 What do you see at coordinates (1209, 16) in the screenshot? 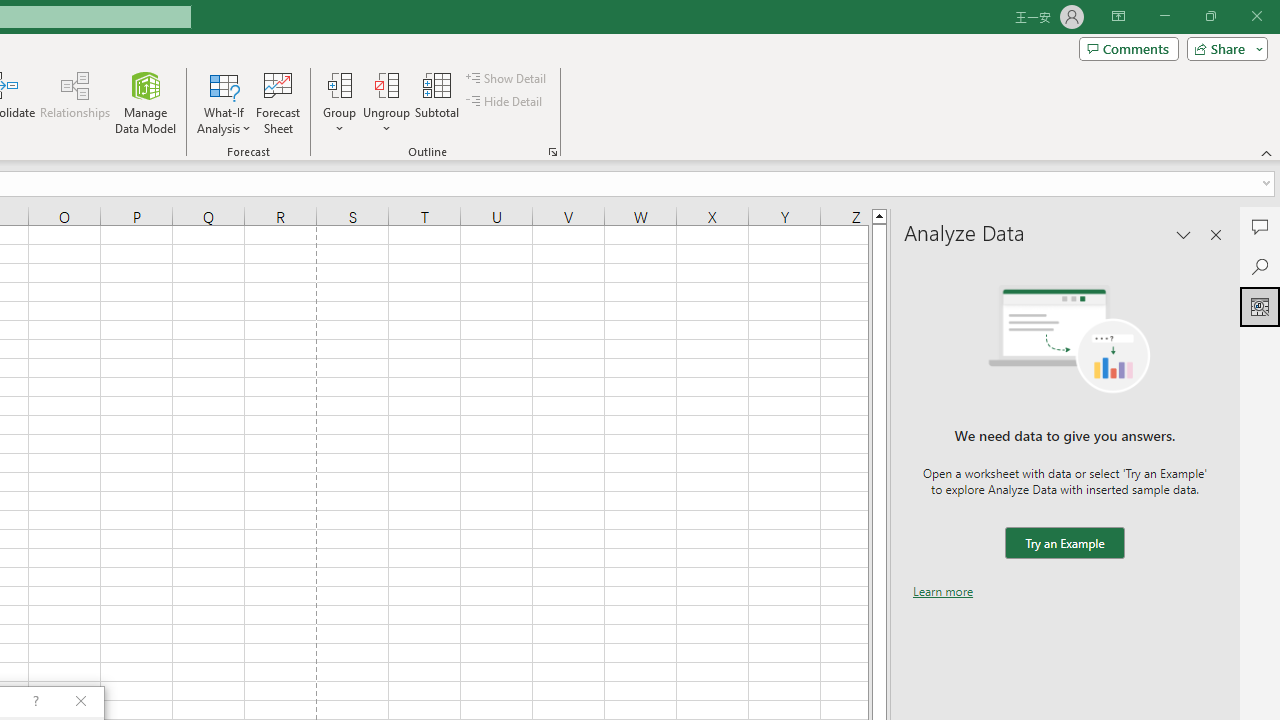
I see `'Restore Down'` at bounding box center [1209, 16].